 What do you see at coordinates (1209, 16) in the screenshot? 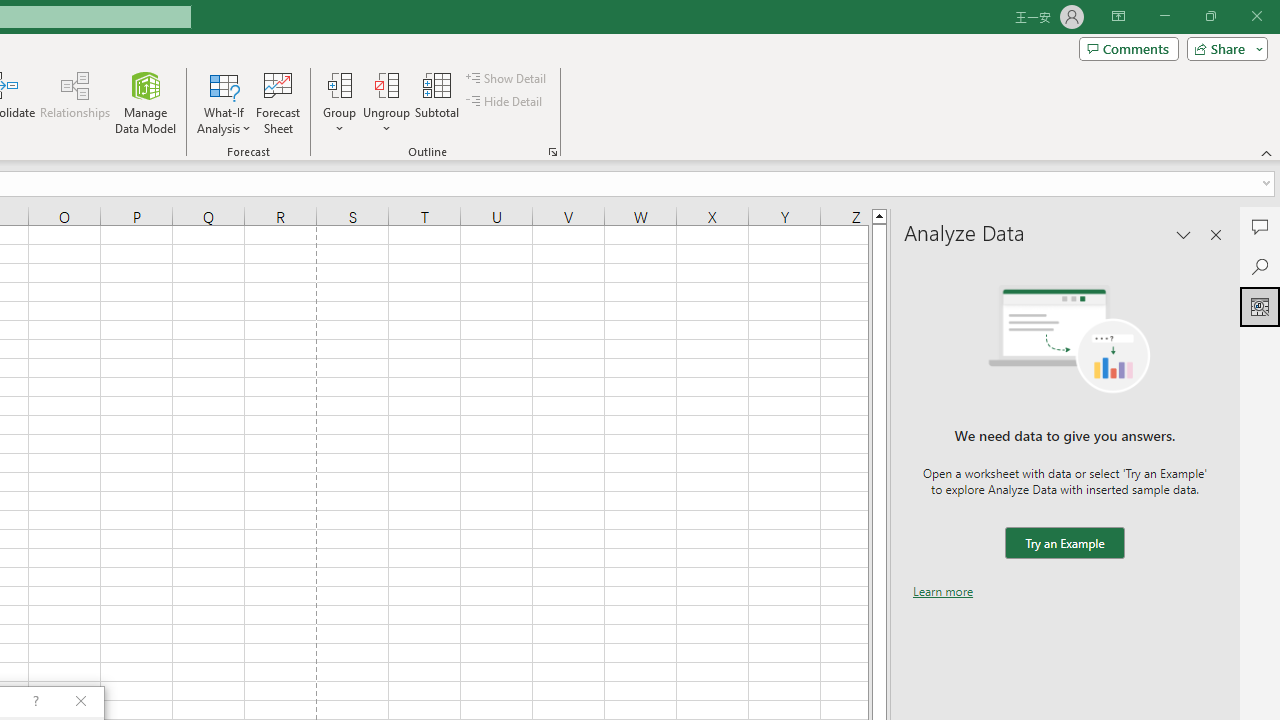
I see `'Restore Down'` at bounding box center [1209, 16].